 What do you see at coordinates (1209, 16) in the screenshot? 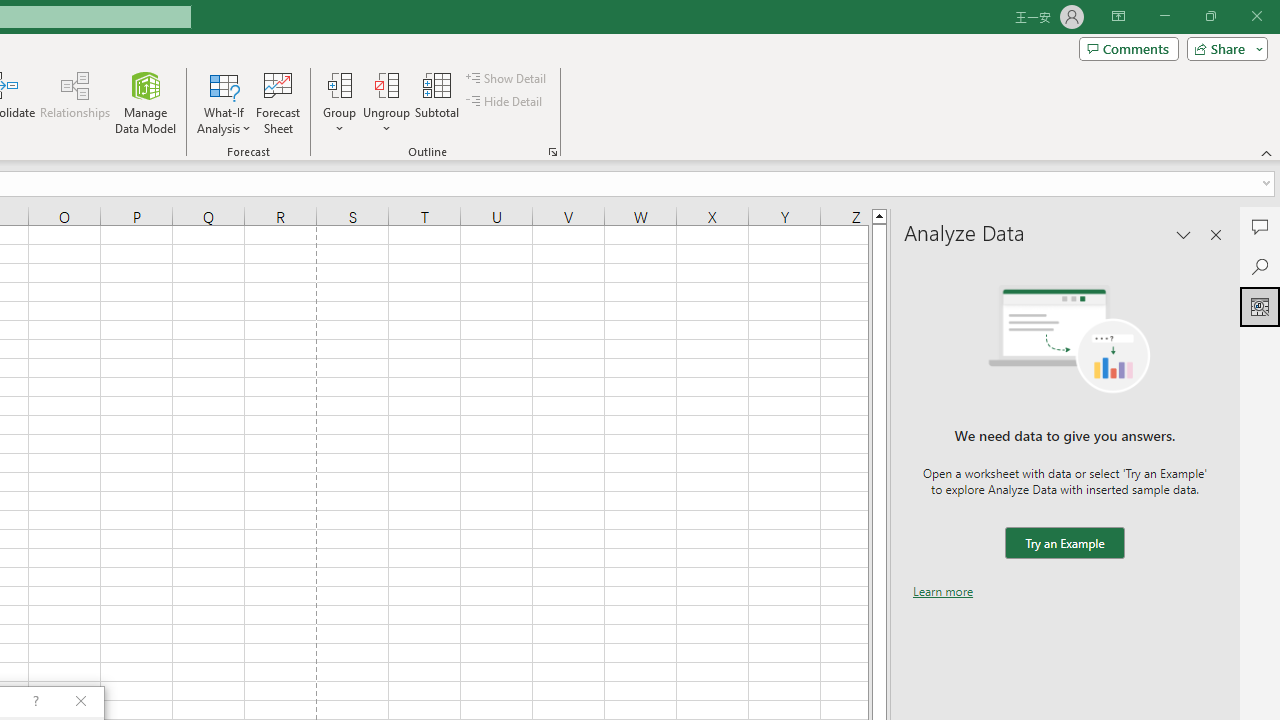
I see `'Restore Down'` at bounding box center [1209, 16].